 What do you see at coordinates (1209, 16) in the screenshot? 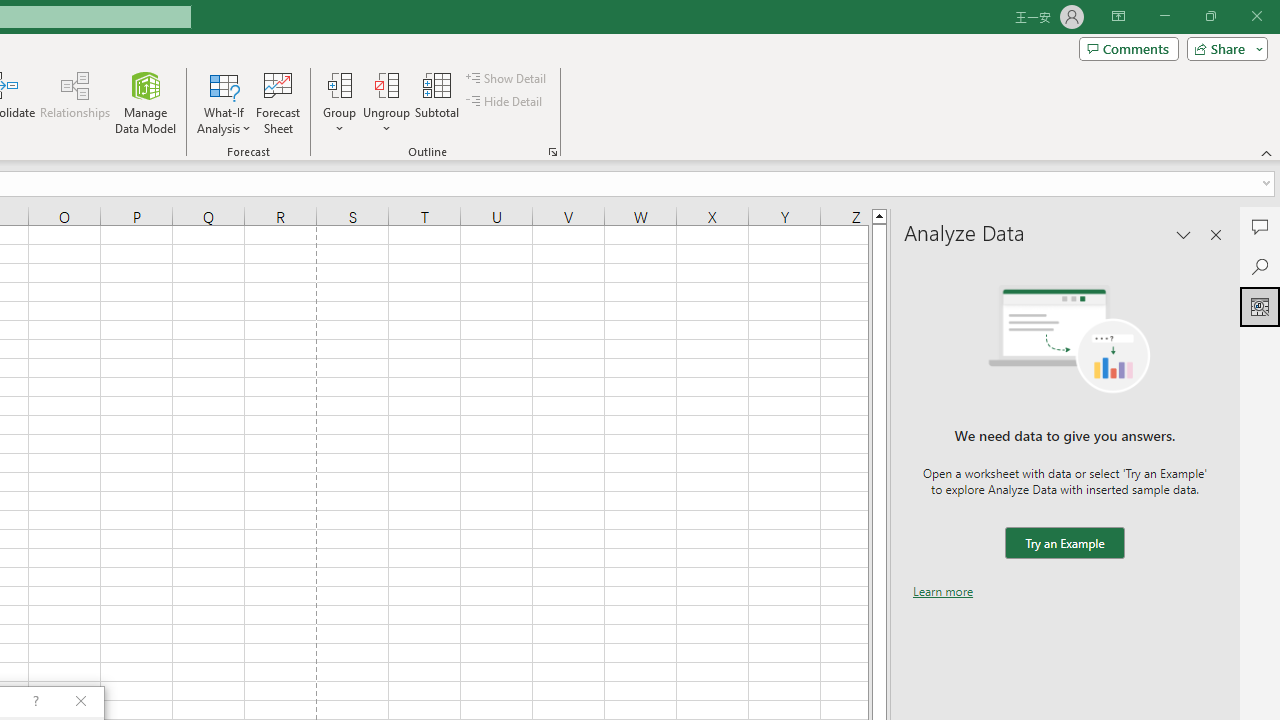
I see `'Restore Down'` at bounding box center [1209, 16].